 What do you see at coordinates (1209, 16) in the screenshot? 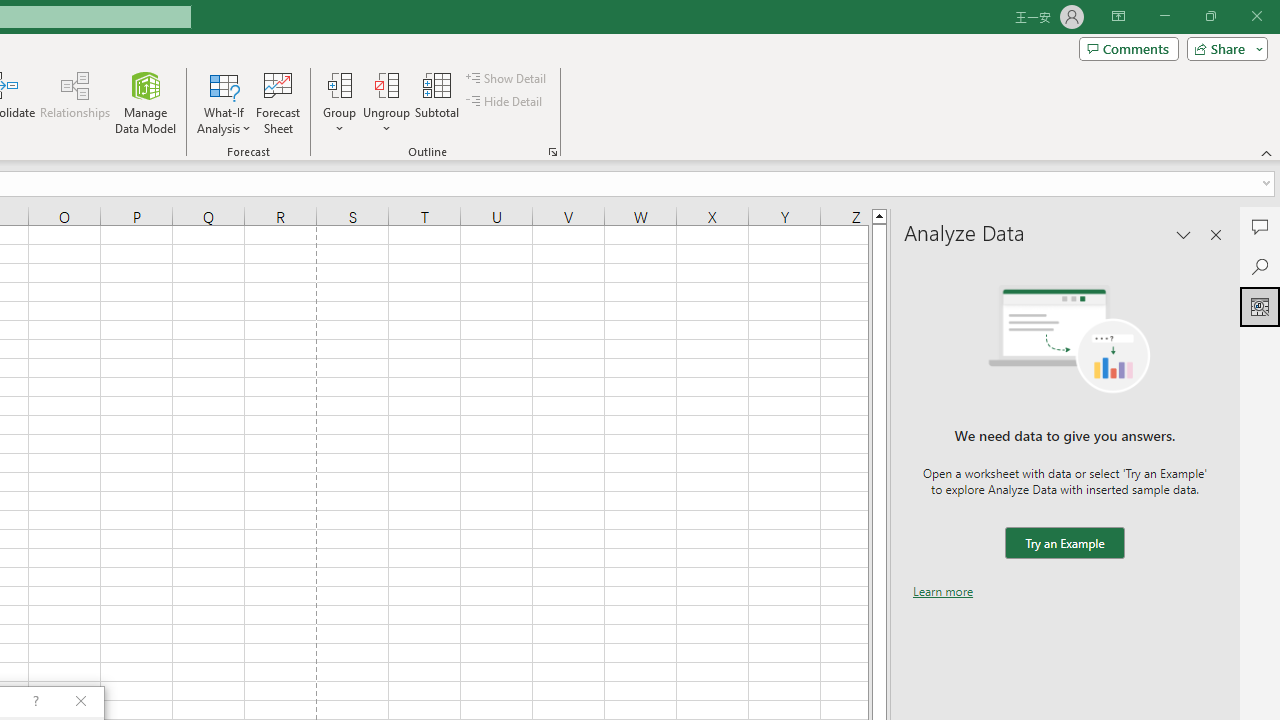
I see `'Restore Down'` at bounding box center [1209, 16].